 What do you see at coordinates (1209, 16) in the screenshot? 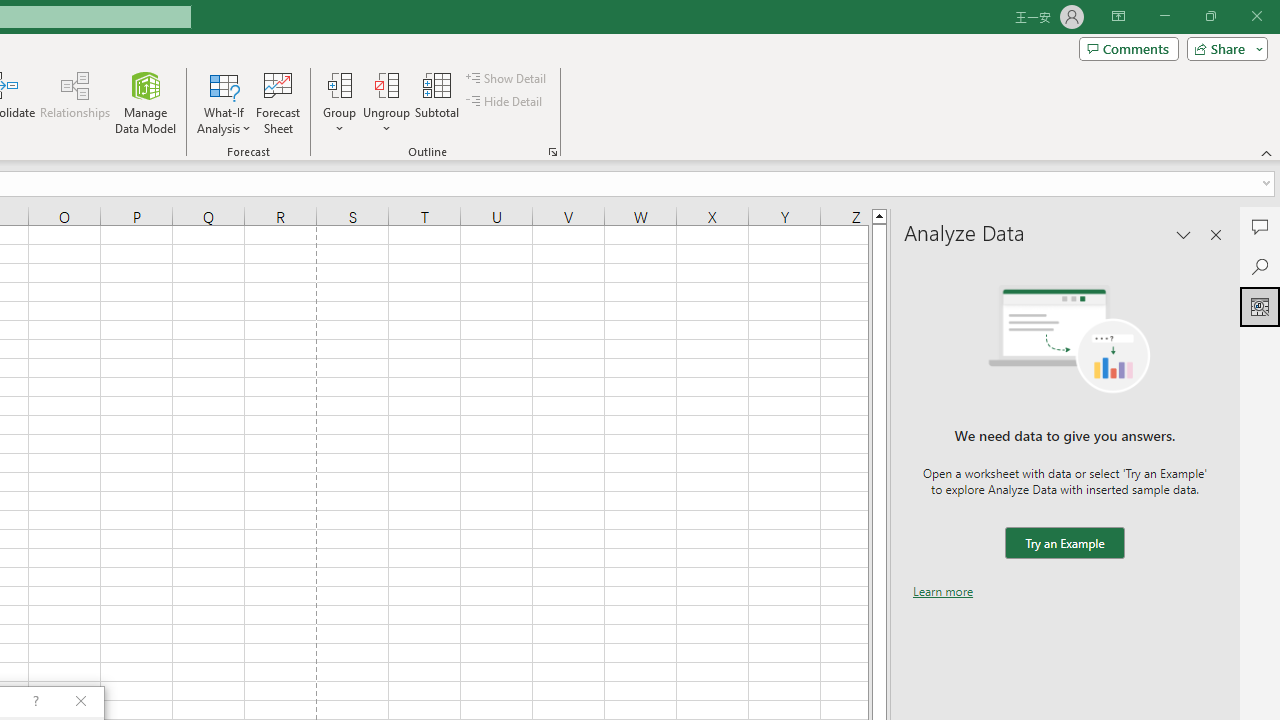
I see `'Restore Down'` at bounding box center [1209, 16].